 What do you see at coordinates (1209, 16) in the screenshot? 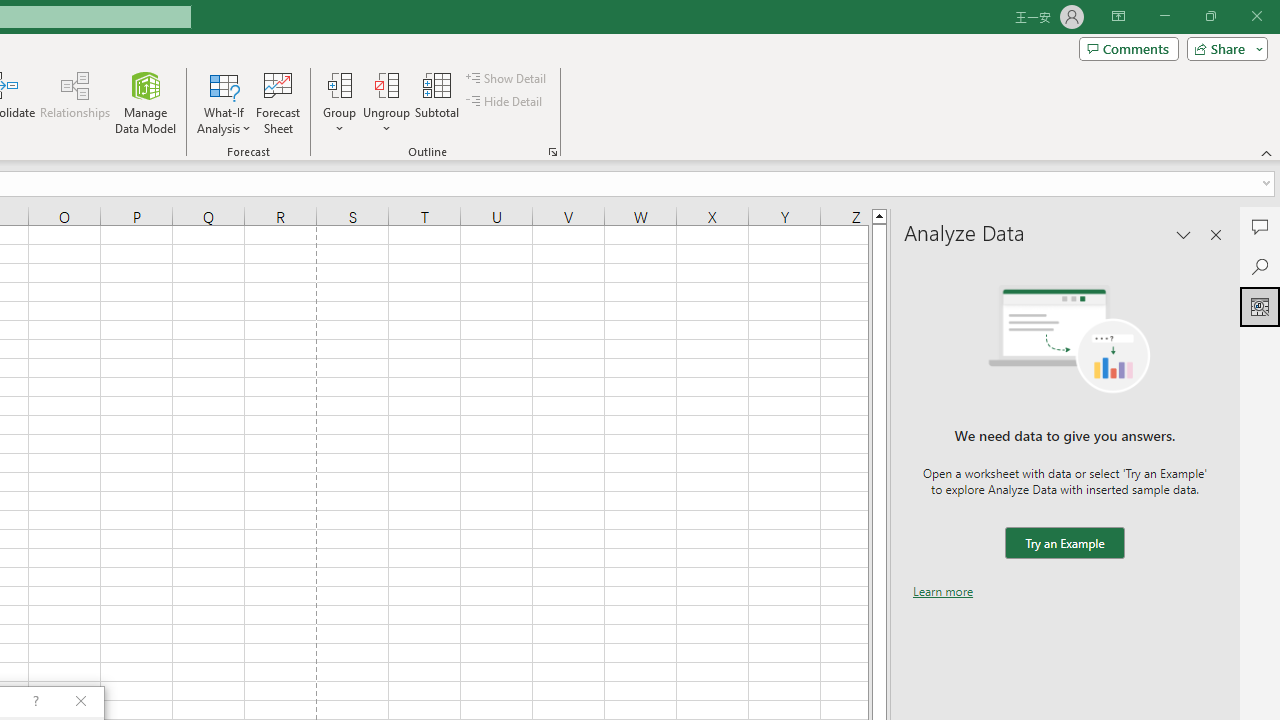
I see `'Restore Down'` at bounding box center [1209, 16].